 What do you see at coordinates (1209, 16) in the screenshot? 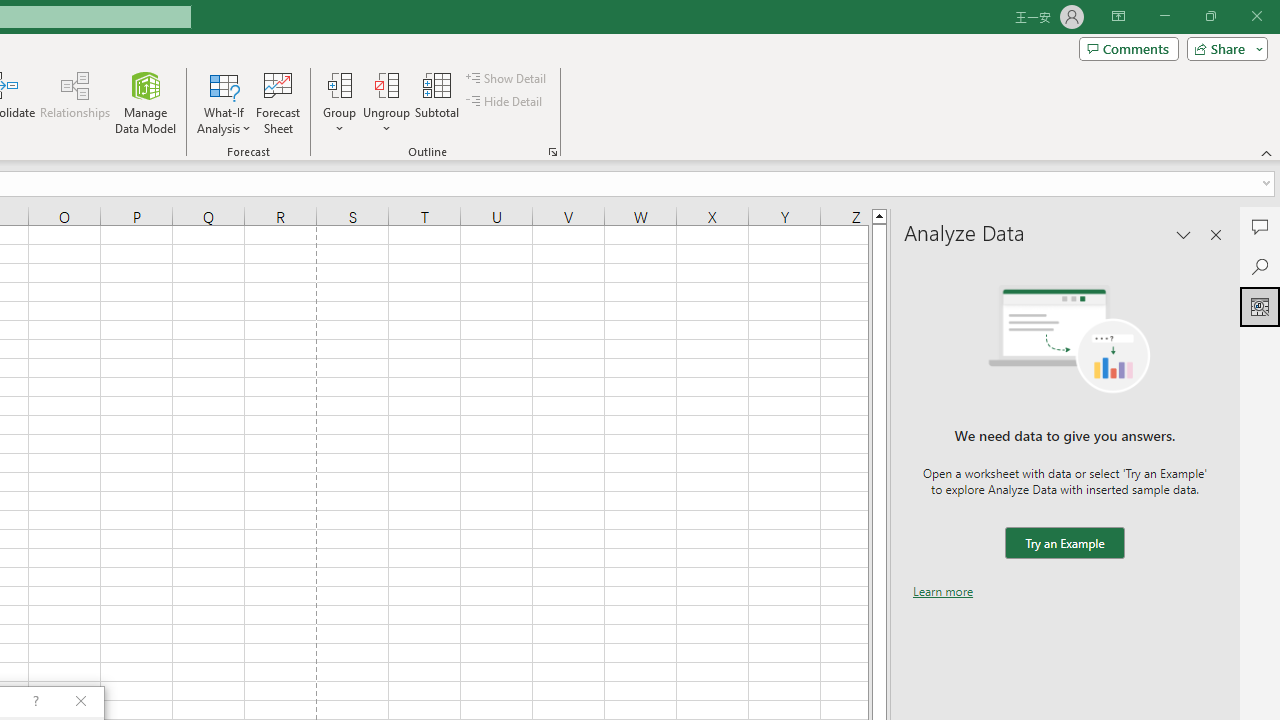
I see `'Restore Down'` at bounding box center [1209, 16].